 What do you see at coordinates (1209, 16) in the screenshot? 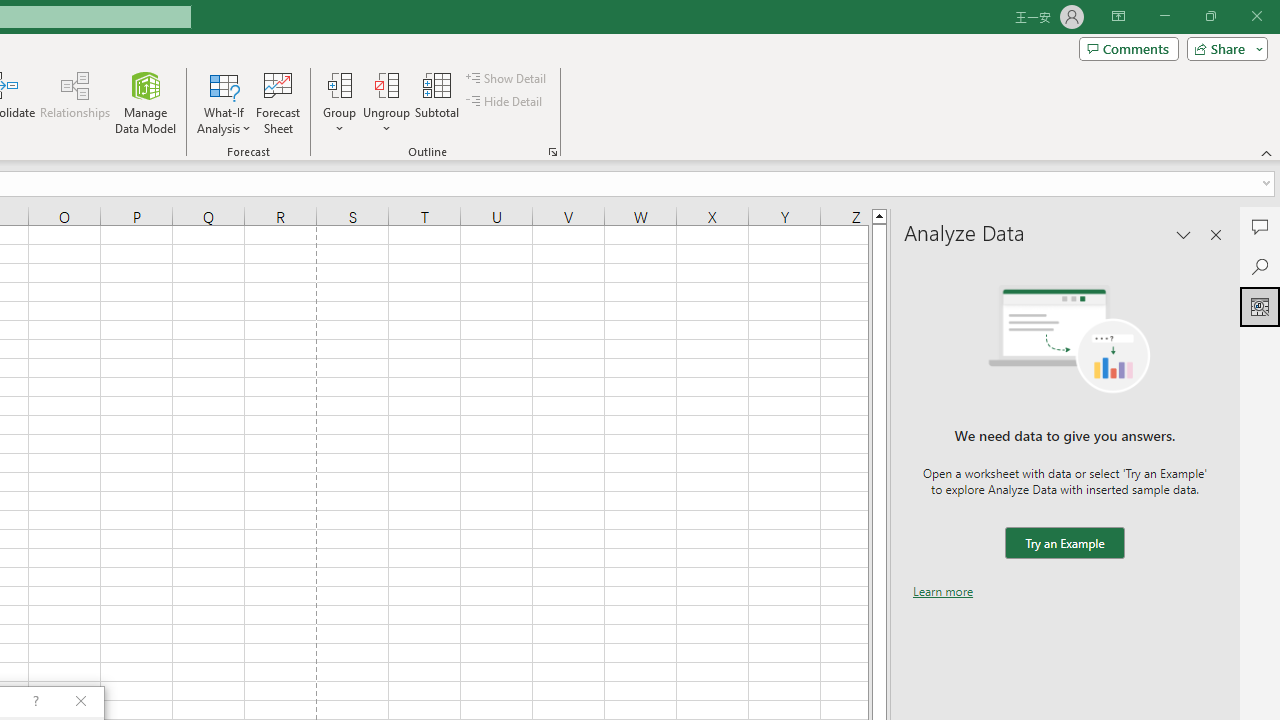
I see `'Restore Down'` at bounding box center [1209, 16].